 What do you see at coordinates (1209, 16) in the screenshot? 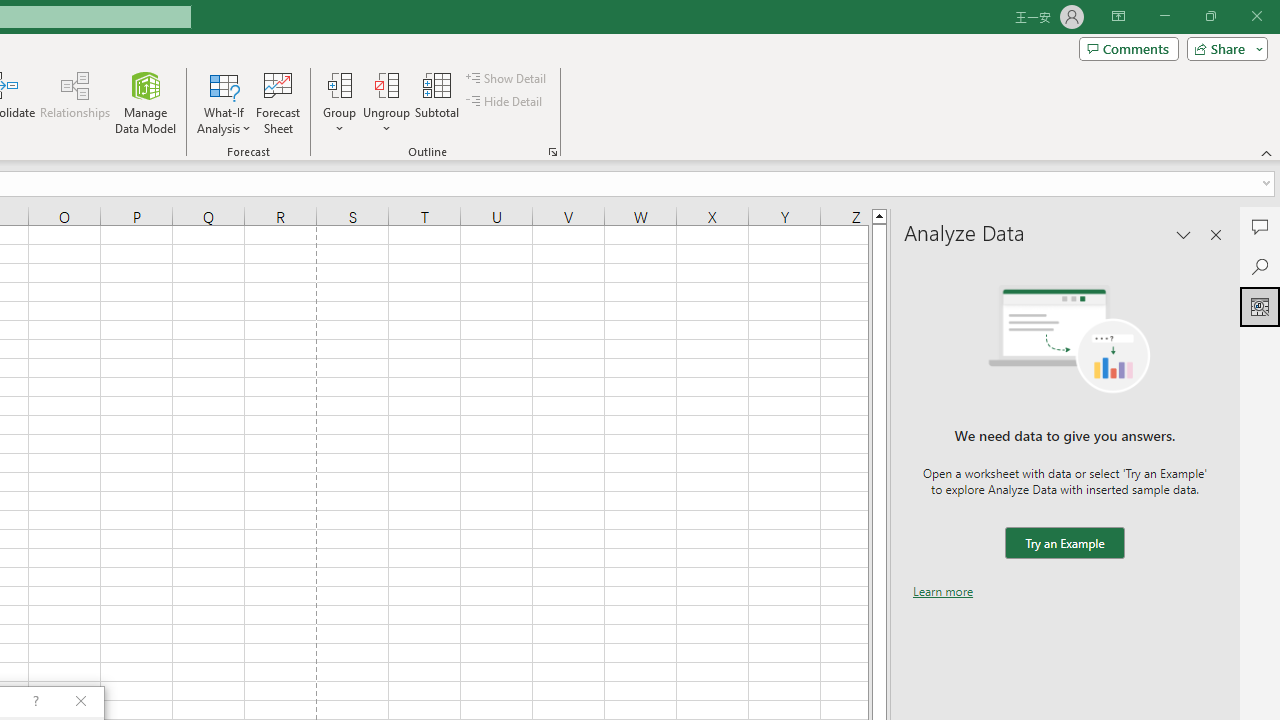
I see `'Restore Down'` at bounding box center [1209, 16].